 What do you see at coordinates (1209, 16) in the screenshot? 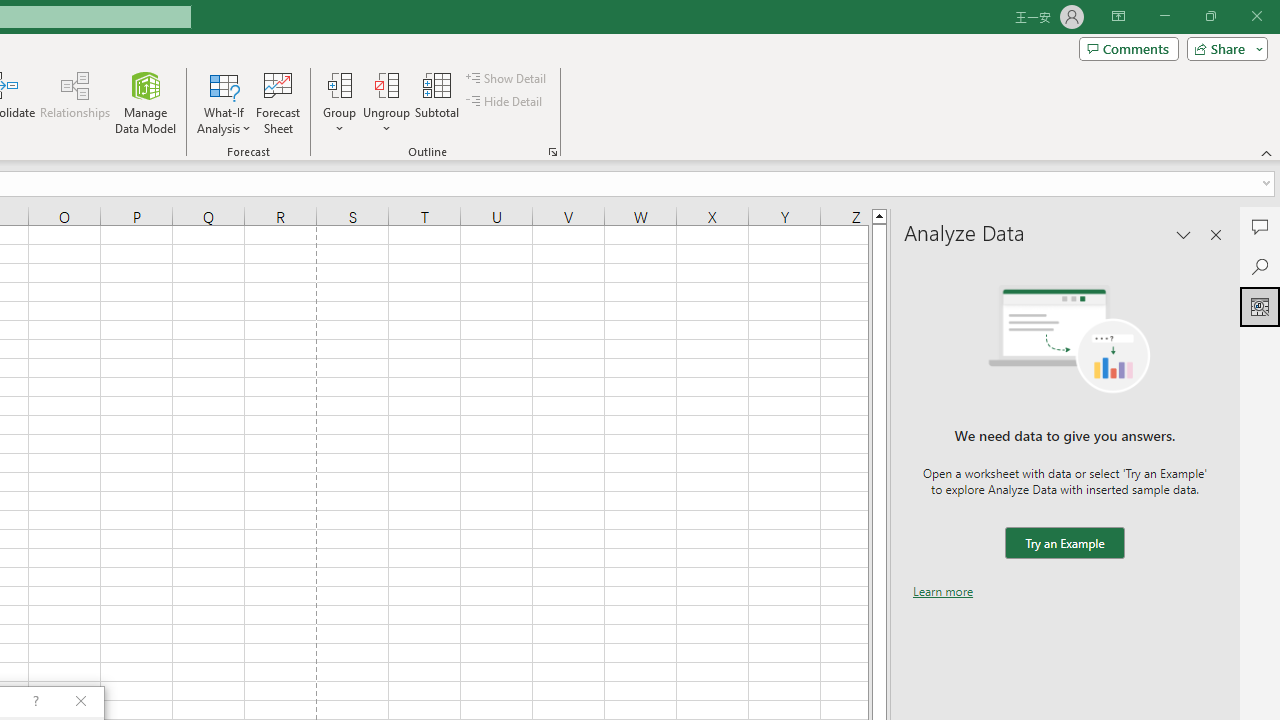
I see `'Restore Down'` at bounding box center [1209, 16].